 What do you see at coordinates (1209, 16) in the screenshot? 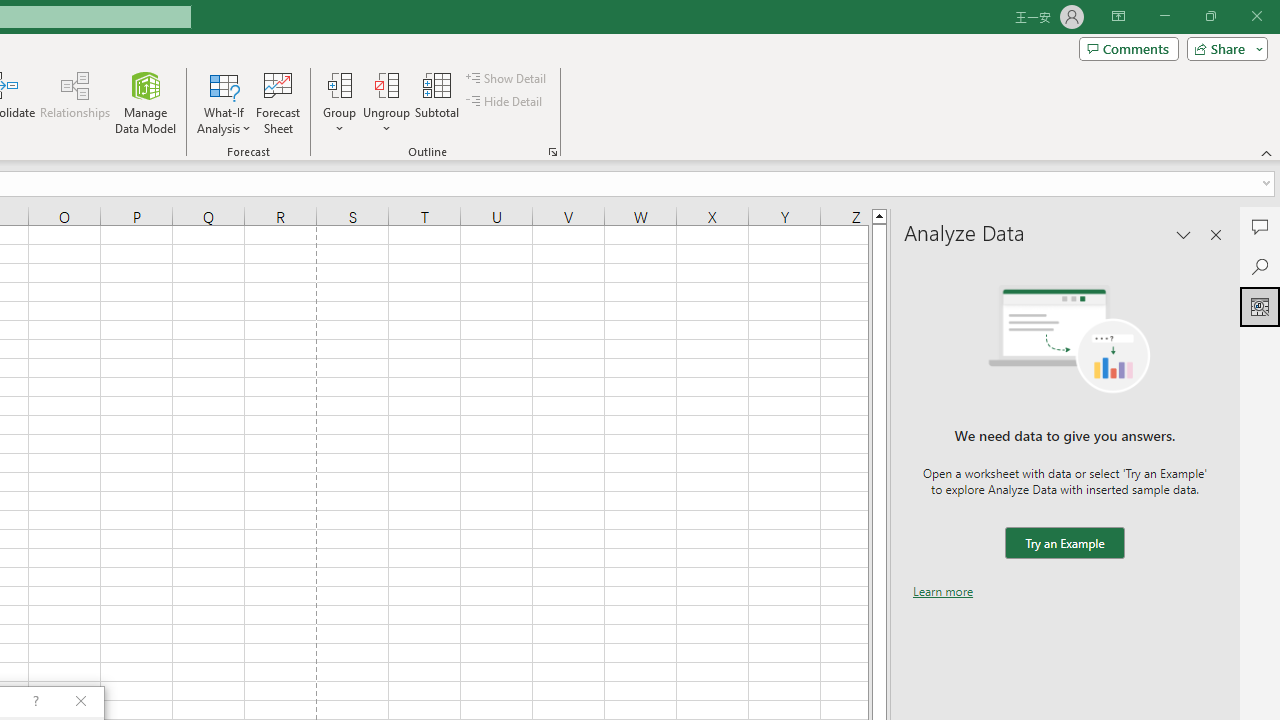
I see `'Restore Down'` at bounding box center [1209, 16].